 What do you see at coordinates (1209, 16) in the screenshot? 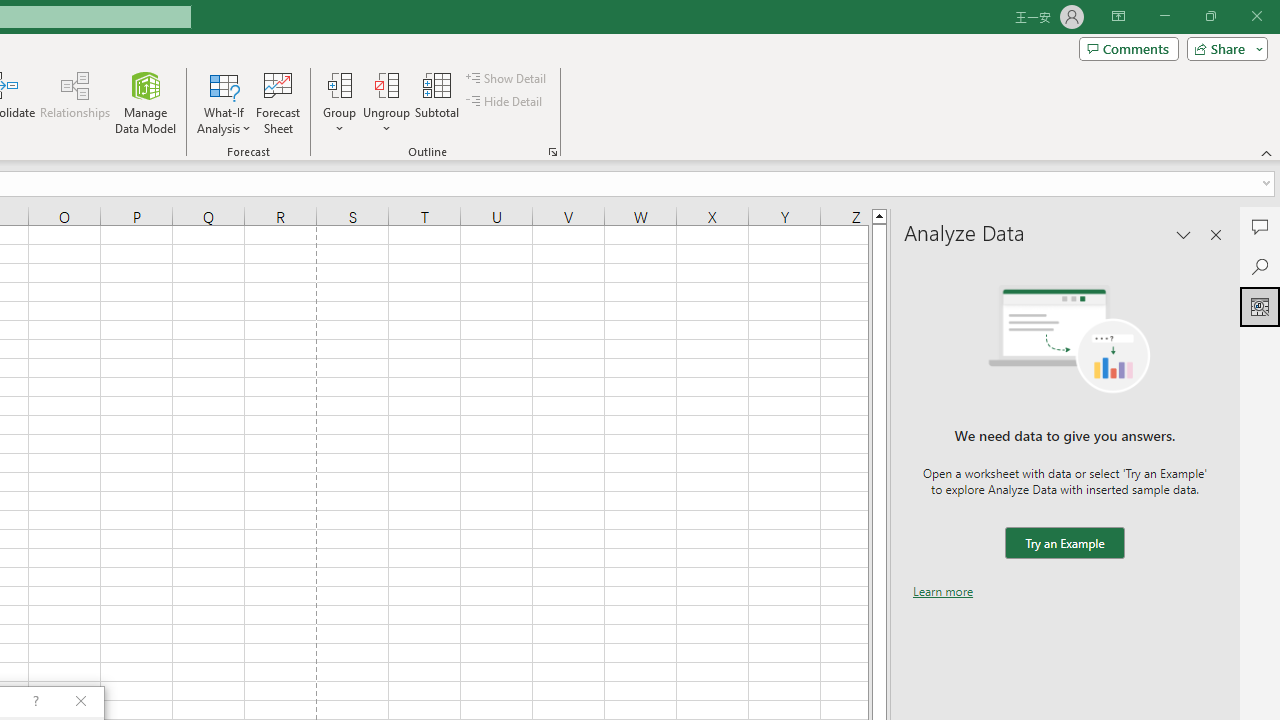
I see `'Restore Down'` at bounding box center [1209, 16].